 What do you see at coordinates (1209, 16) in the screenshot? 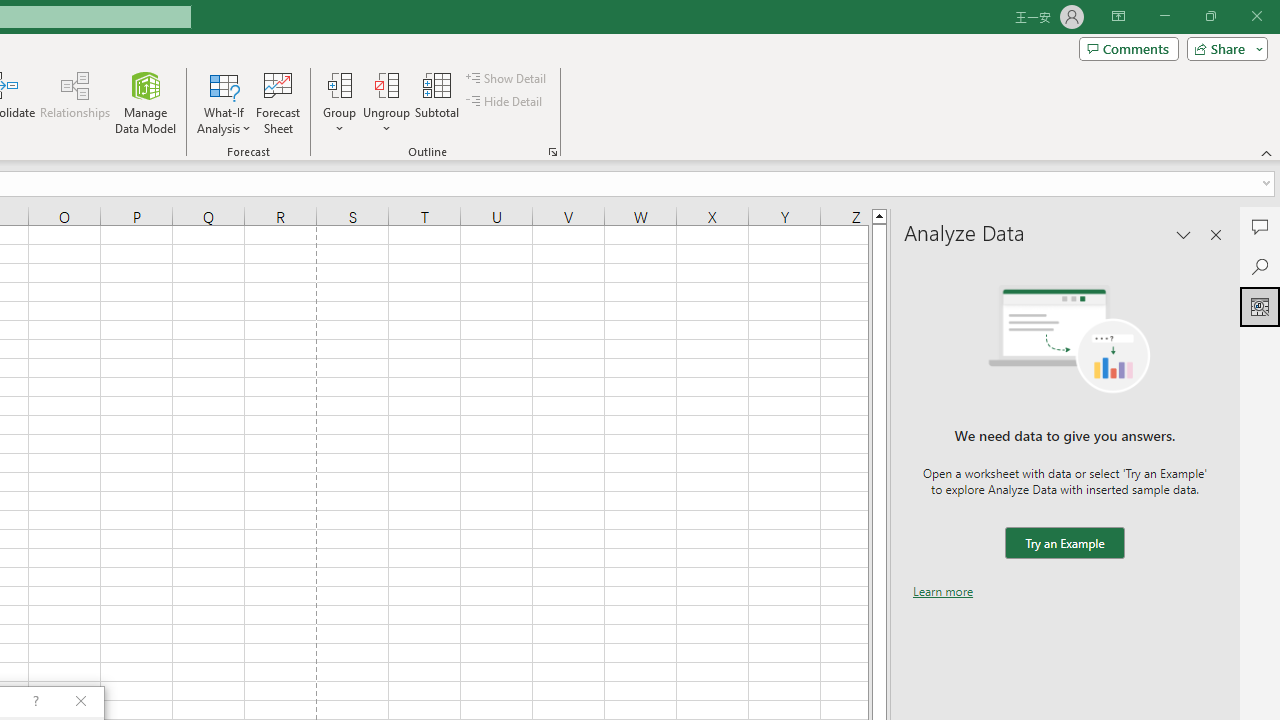
I see `'Restore Down'` at bounding box center [1209, 16].